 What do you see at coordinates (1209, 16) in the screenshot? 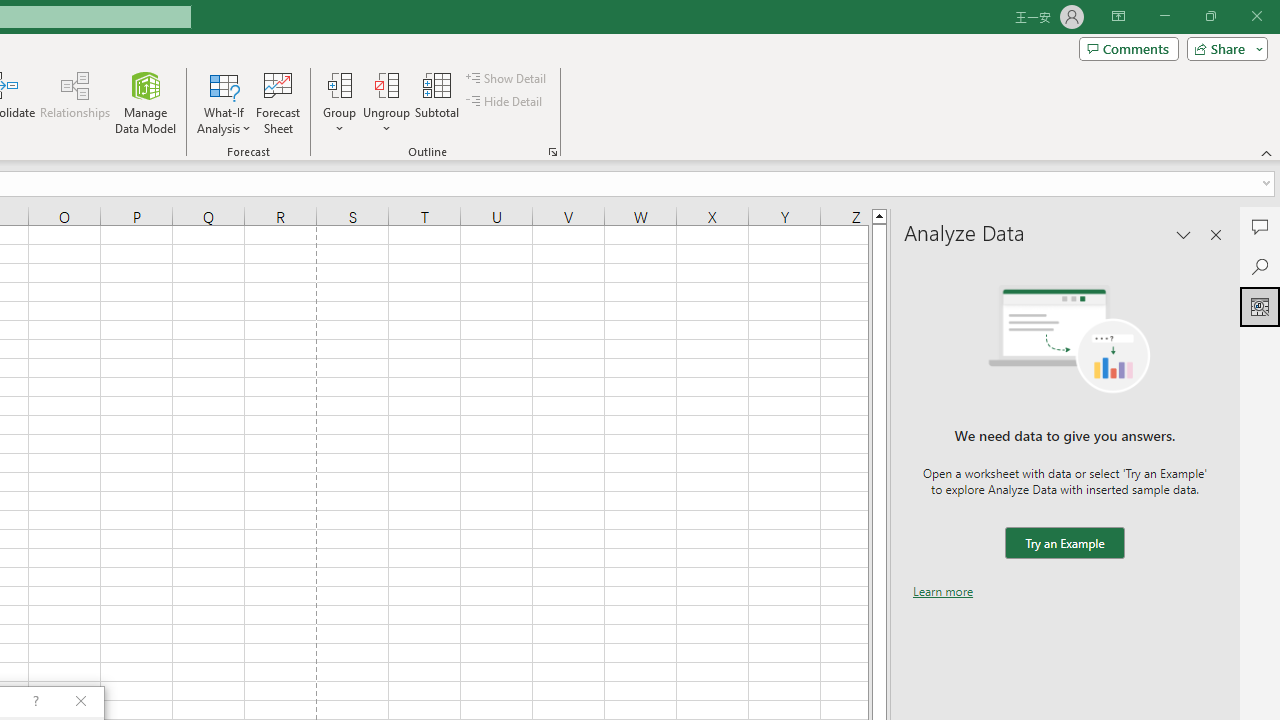
I see `'Restore Down'` at bounding box center [1209, 16].